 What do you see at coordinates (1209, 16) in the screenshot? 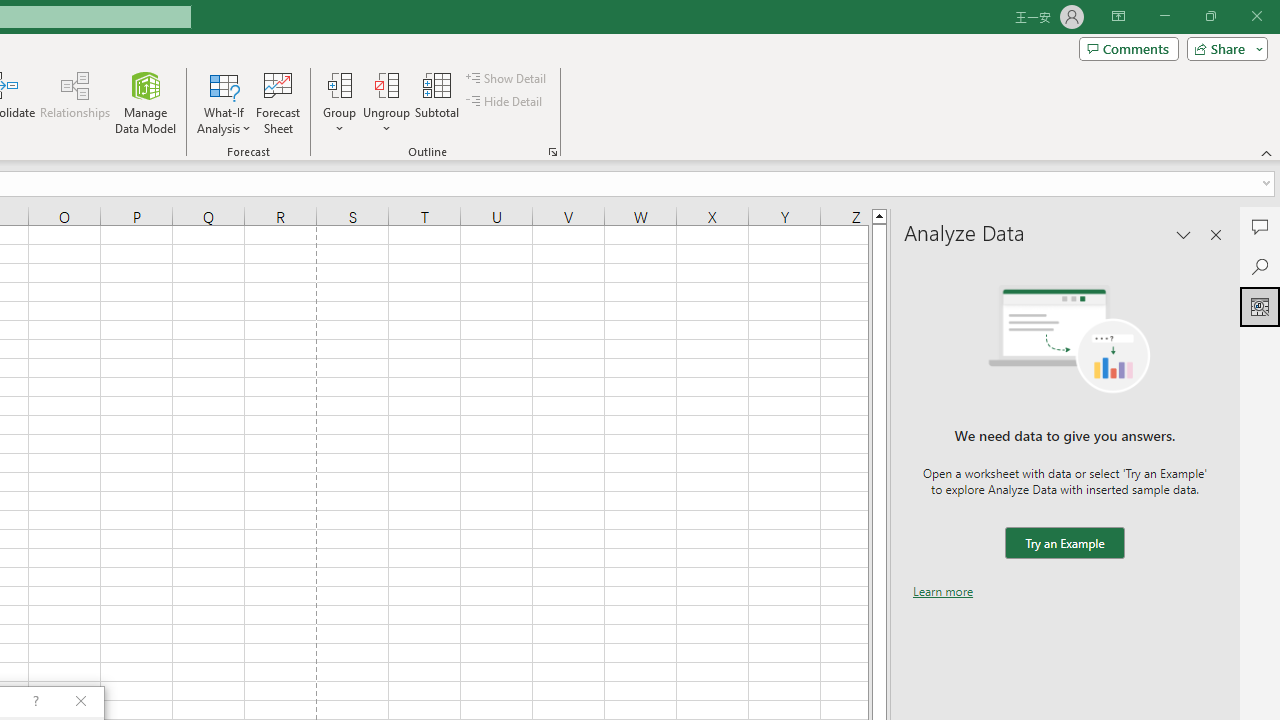
I see `'Restore Down'` at bounding box center [1209, 16].